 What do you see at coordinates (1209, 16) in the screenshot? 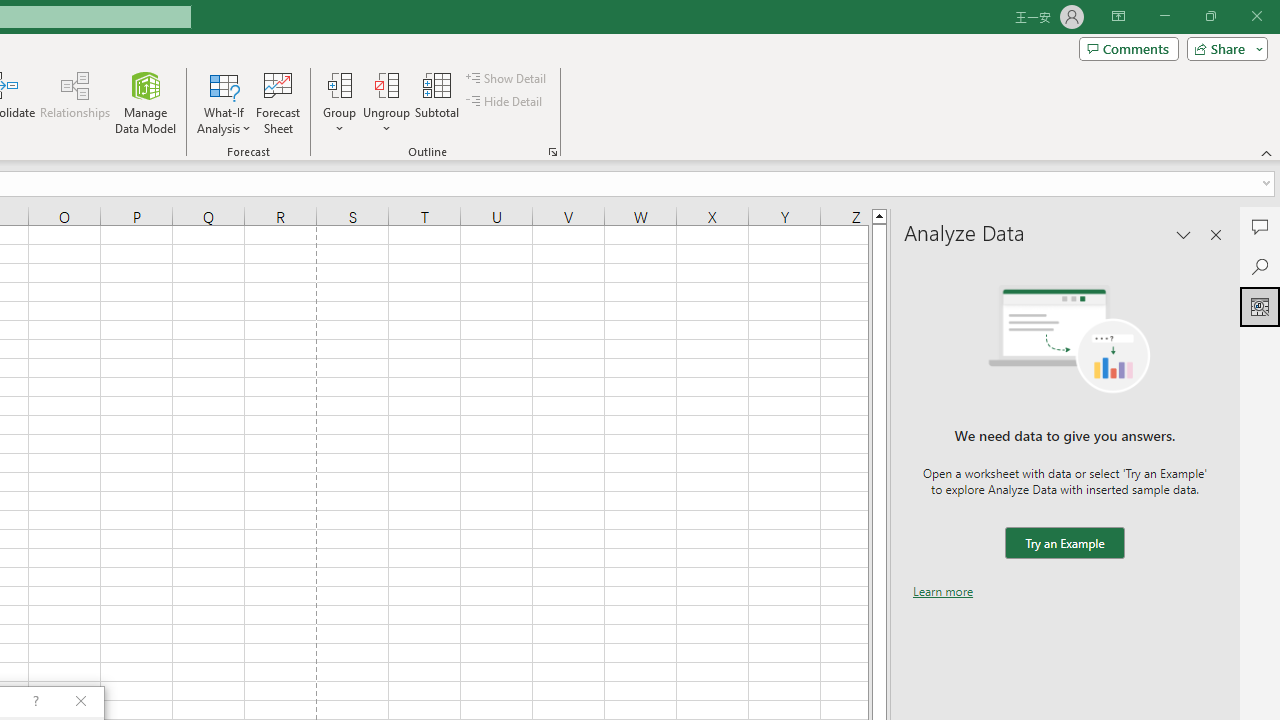
I see `'Restore Down'` at bounding box center [1209, 16].